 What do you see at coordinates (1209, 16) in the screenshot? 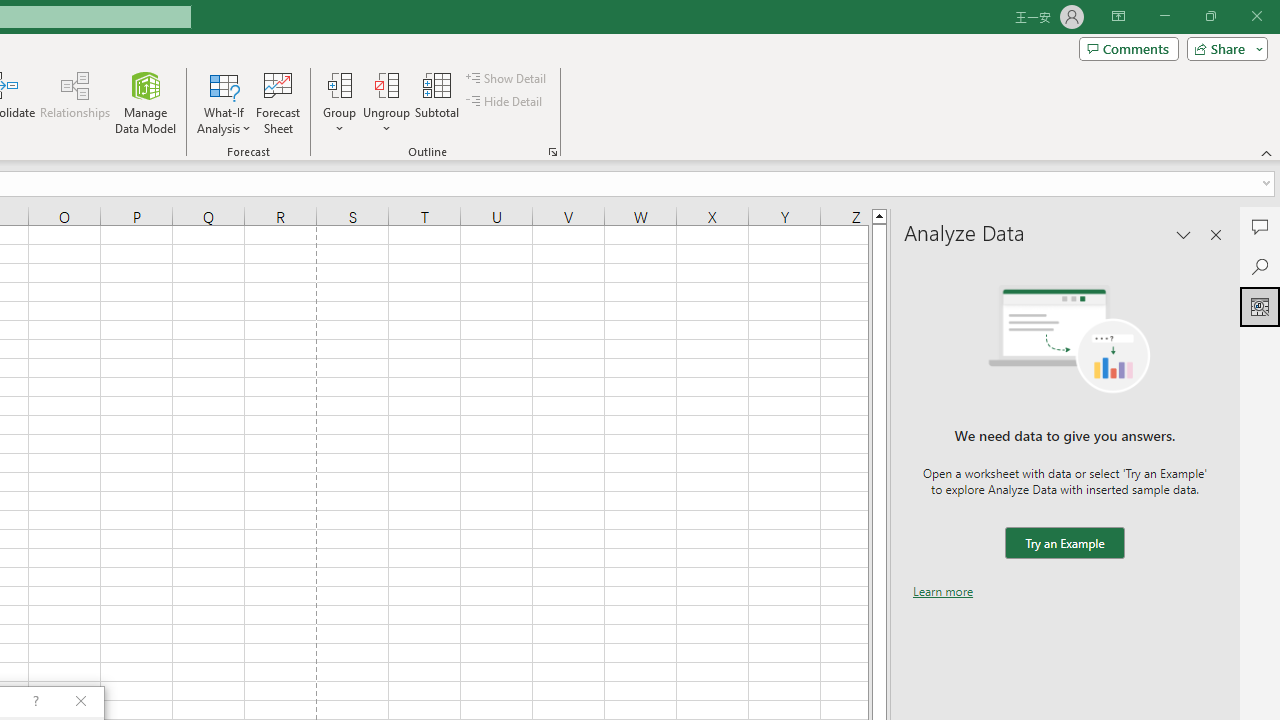
I see `'Restore Down'` at bounding box center [1209, 16].